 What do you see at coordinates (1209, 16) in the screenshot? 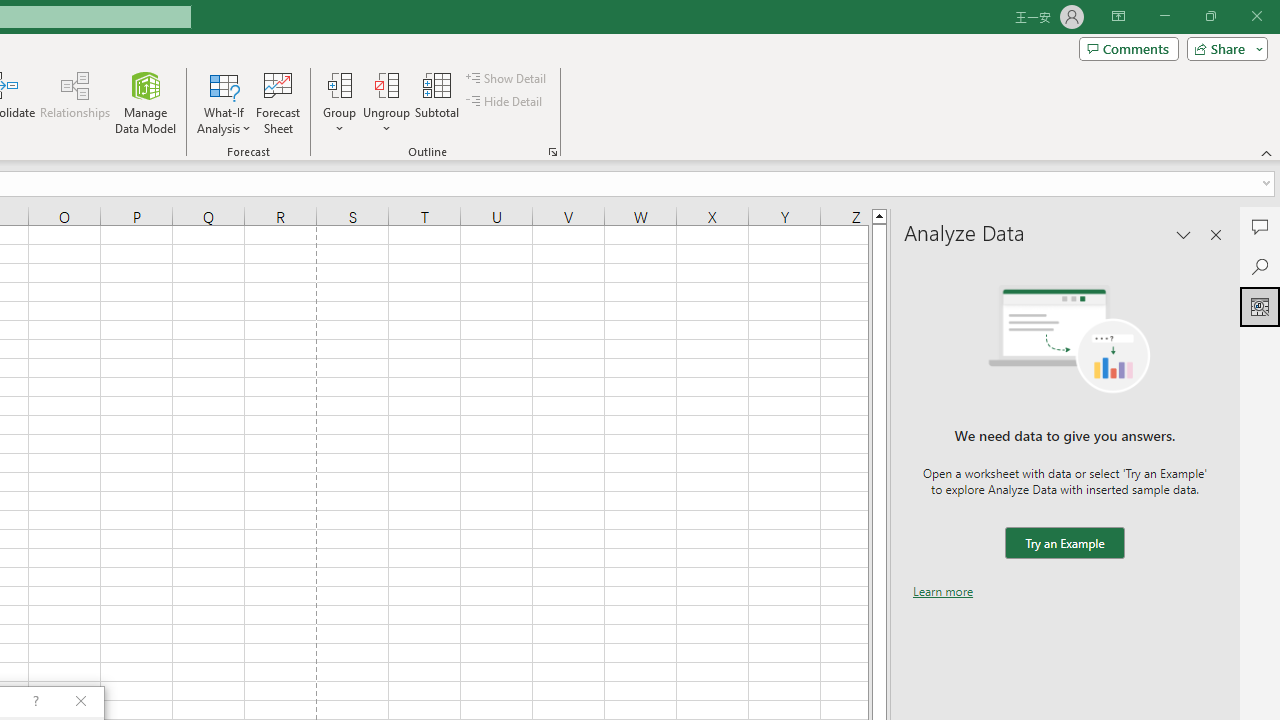
I see `'Restore Down'` at bounding box center [1209, 16].